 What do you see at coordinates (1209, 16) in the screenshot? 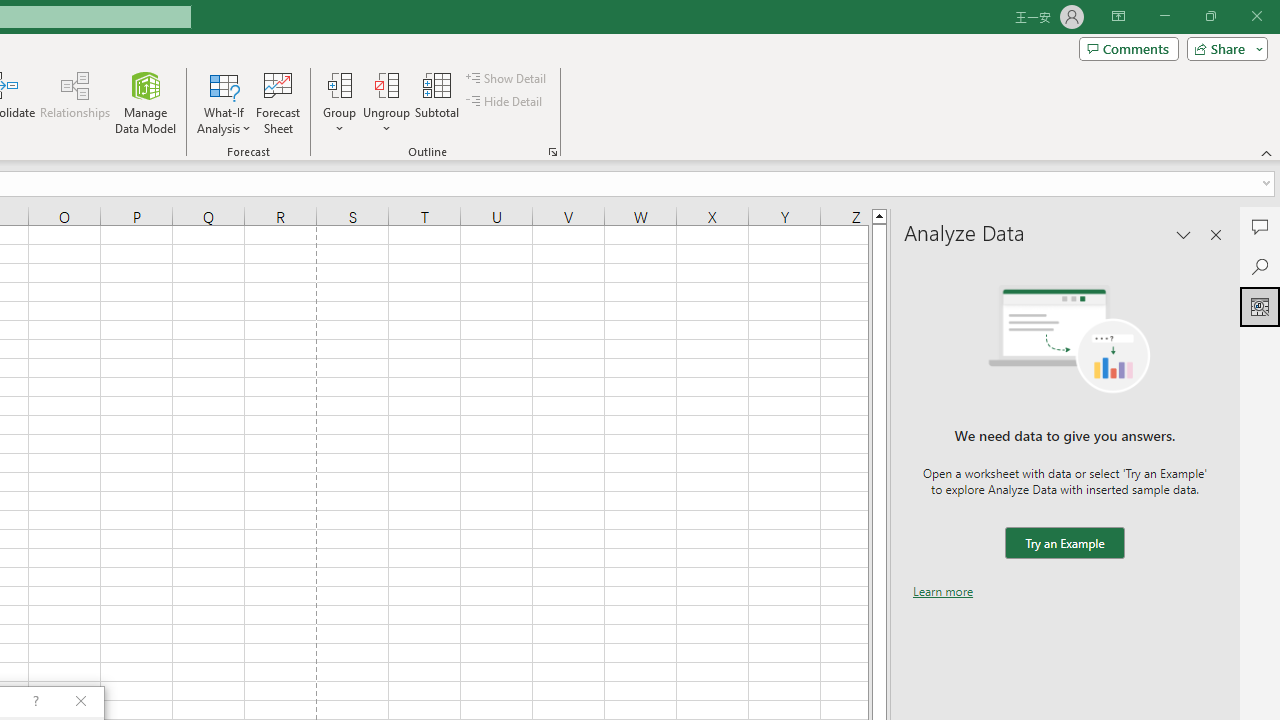
I see `'Restore Down'` at bounding box center [1209, 16].